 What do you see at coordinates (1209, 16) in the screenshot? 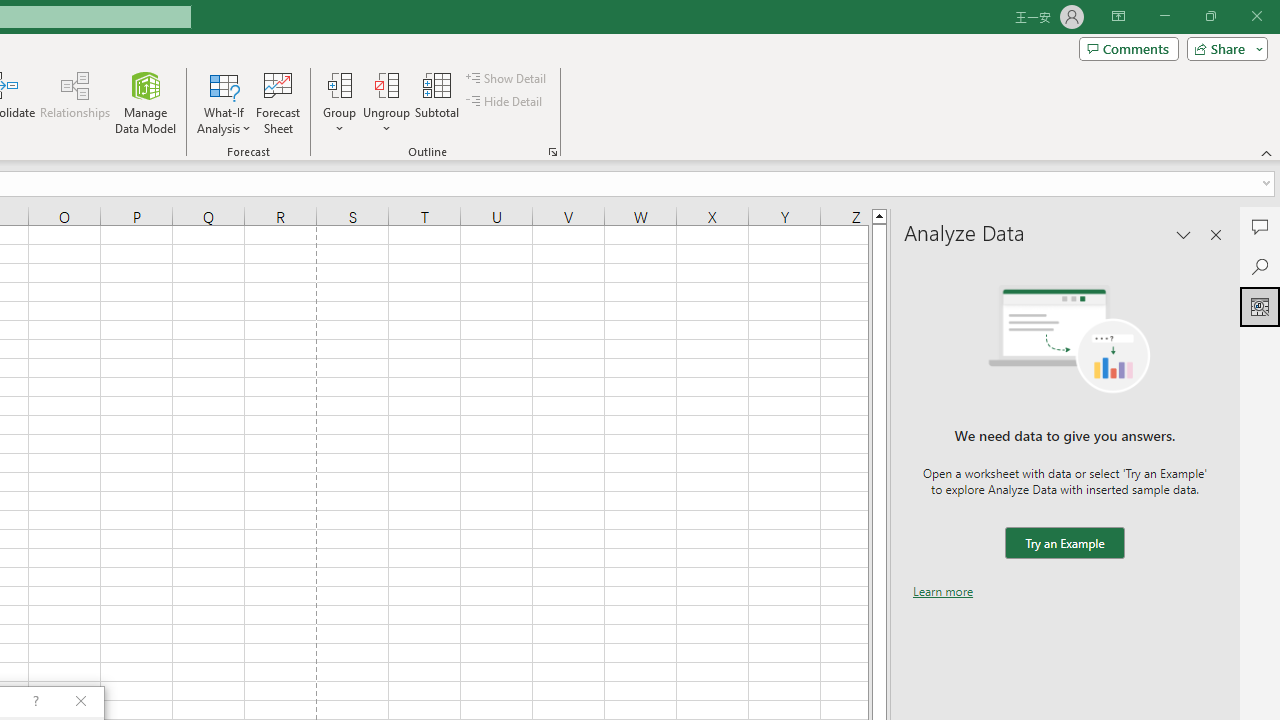
I see `'Restore Down'` at bounding box center [1209, 16].